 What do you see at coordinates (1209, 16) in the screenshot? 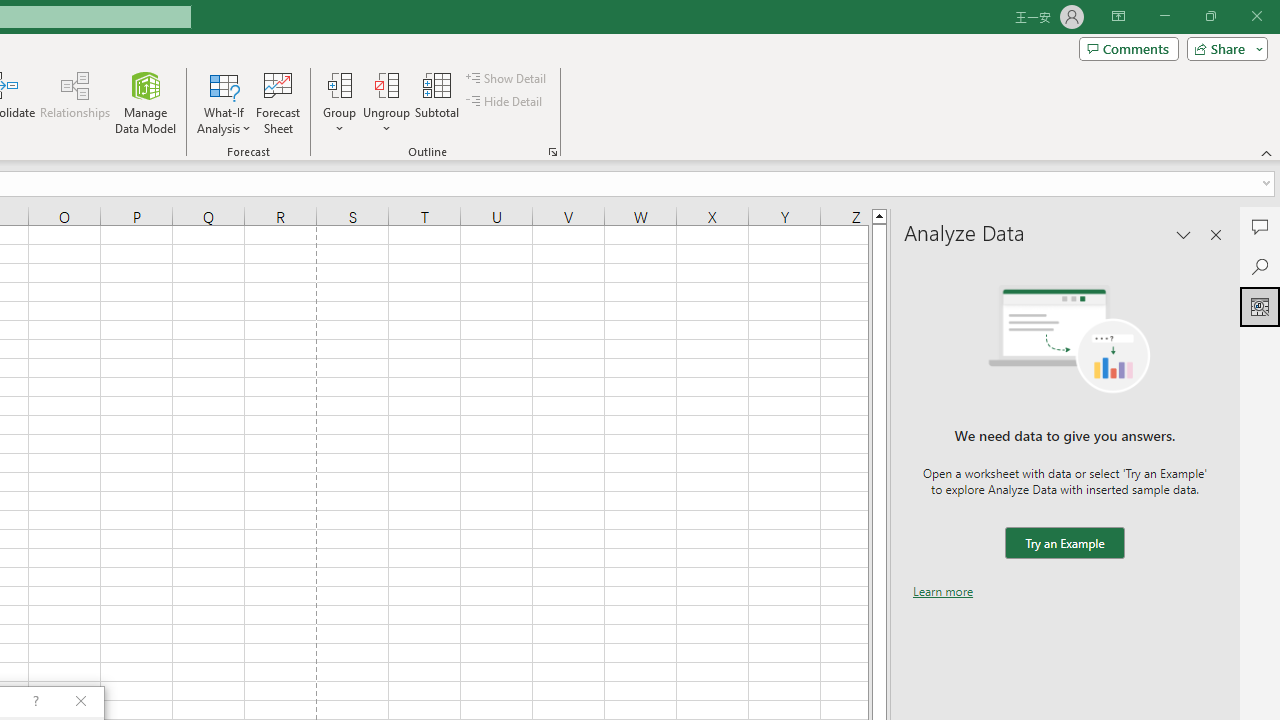
I see `'Restore Down'` at bounding box center [1209, 16].